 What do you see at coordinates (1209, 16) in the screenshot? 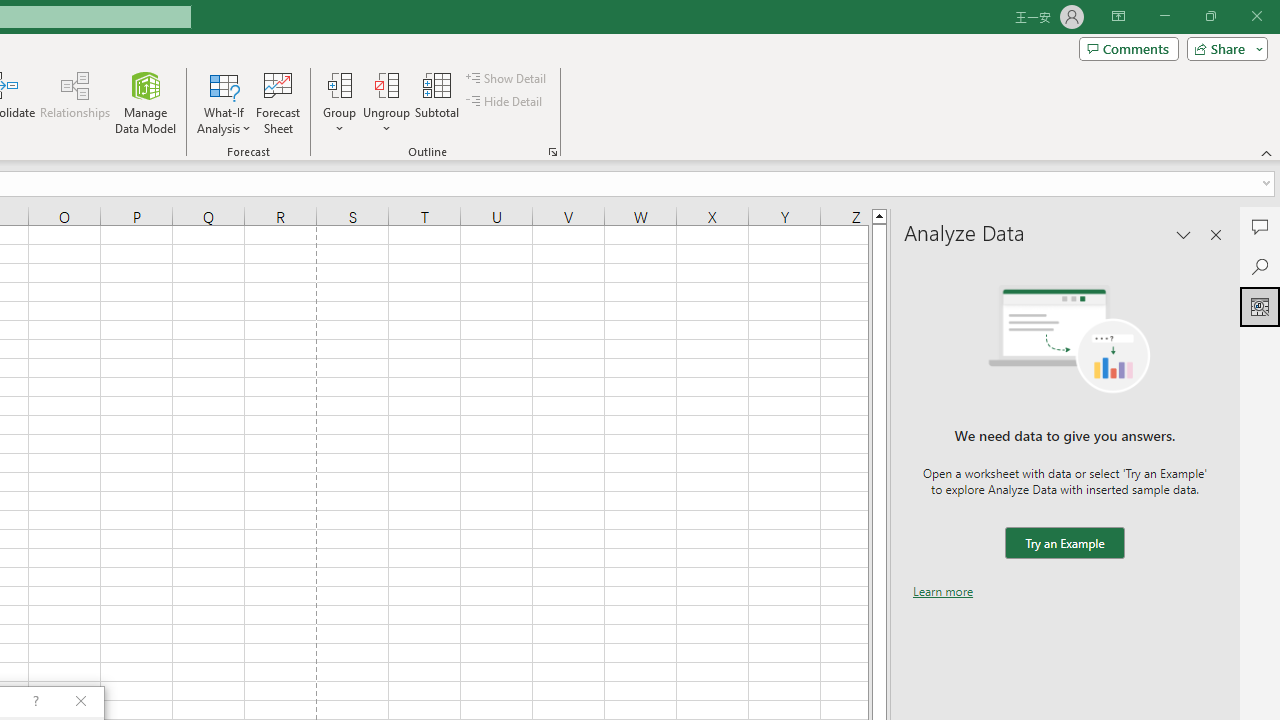
I see `'Restore Down'` at bounding box center [1209, 16].